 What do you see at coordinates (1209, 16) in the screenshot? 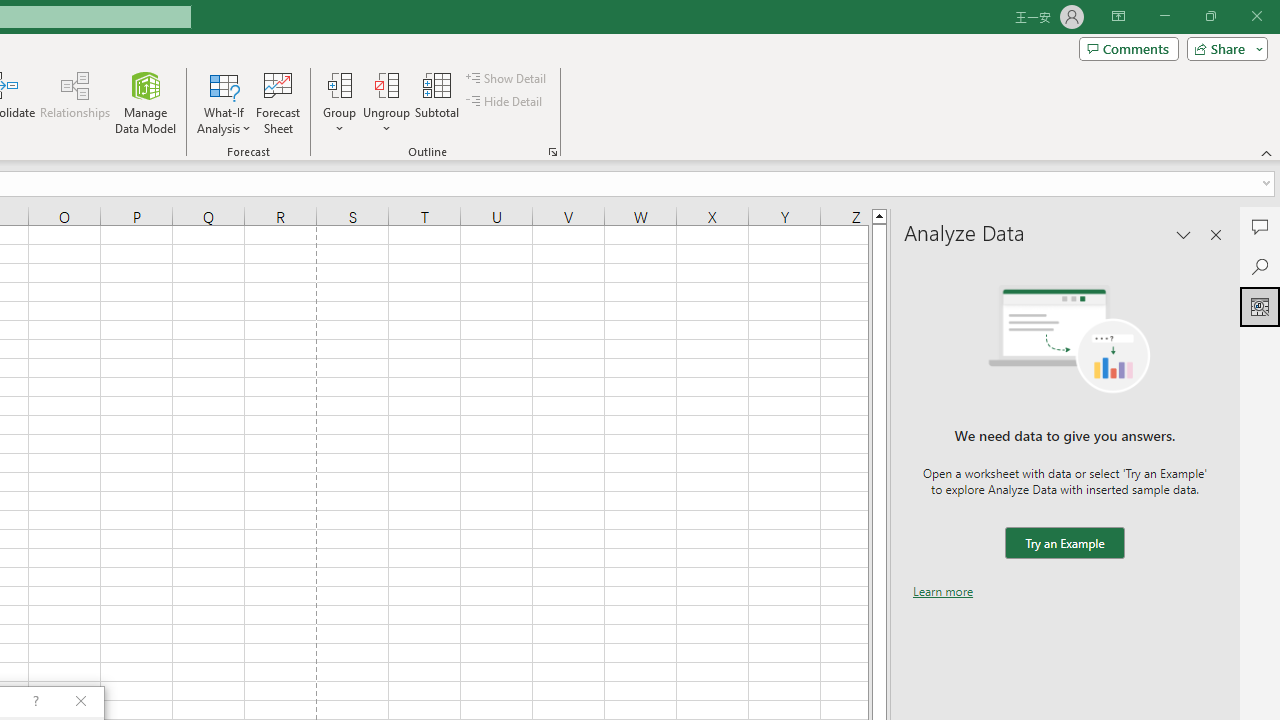
I see `'Restore Down'` at bounding box center [1209, 16].